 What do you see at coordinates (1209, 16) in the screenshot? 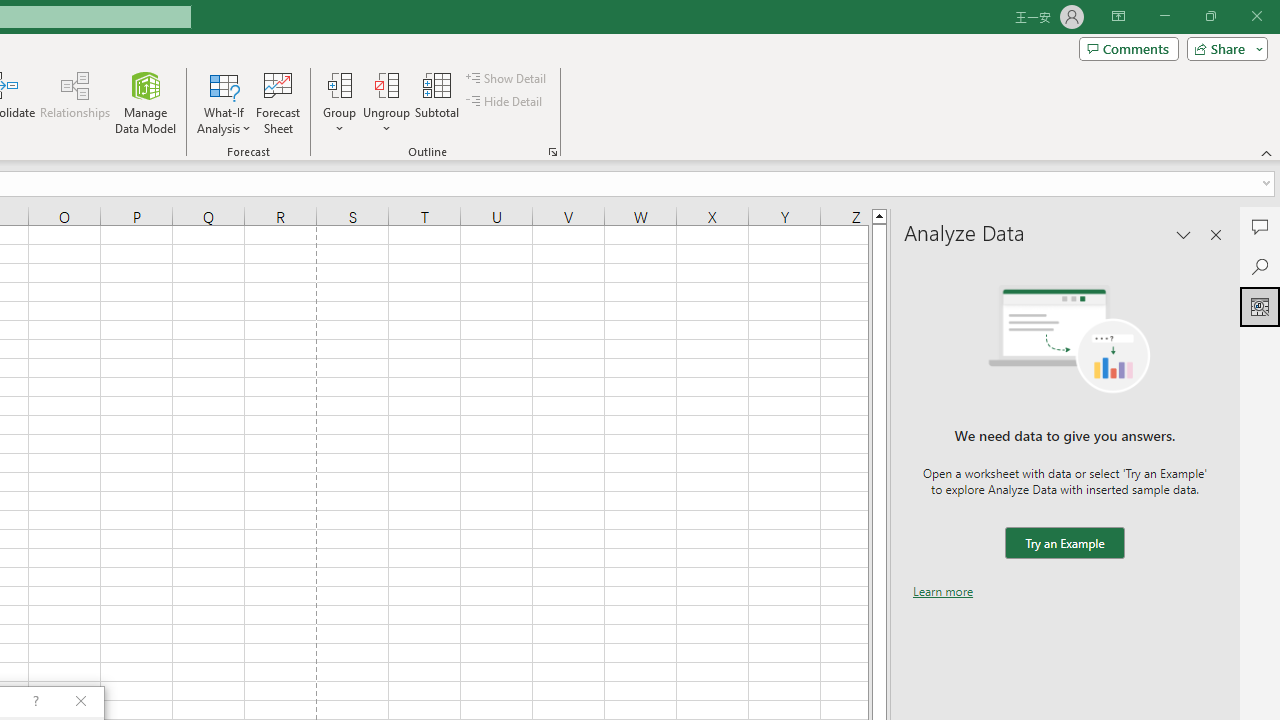
I see `'Restore Down'` at bounding box center [1209, 16].